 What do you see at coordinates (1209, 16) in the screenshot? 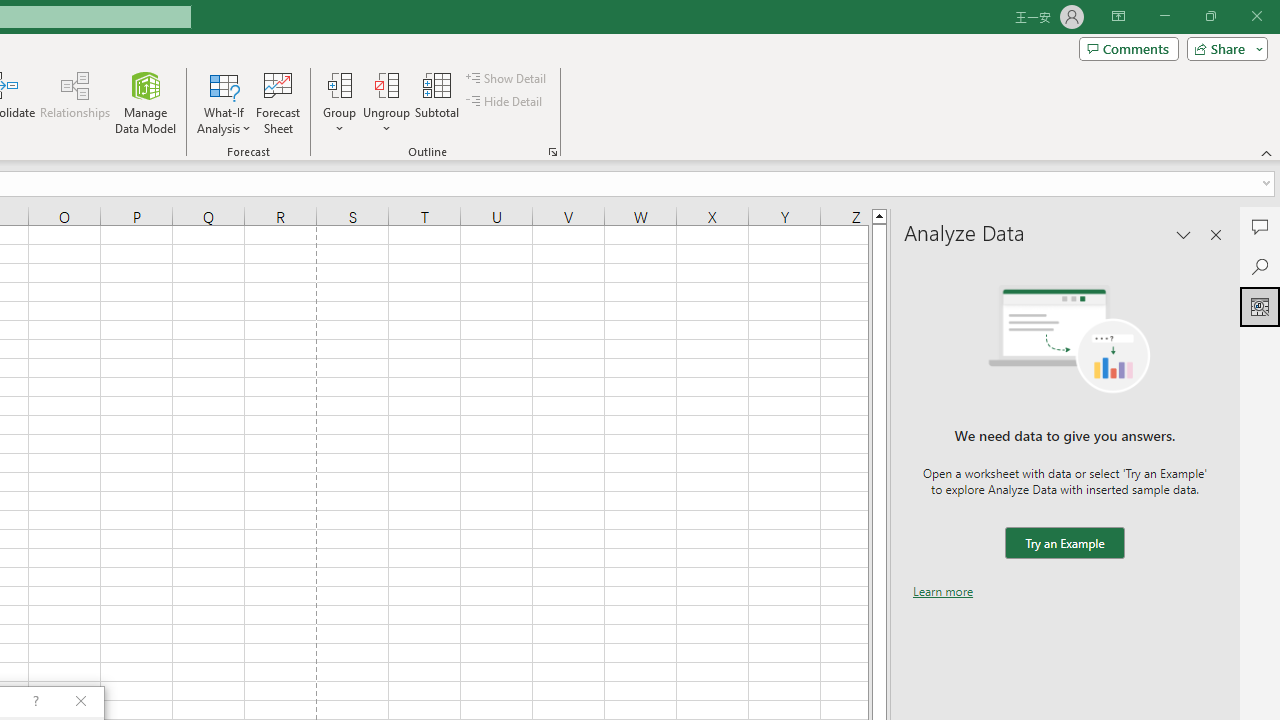
I see `'Restore Down'` at bounding box center [1209, 16].